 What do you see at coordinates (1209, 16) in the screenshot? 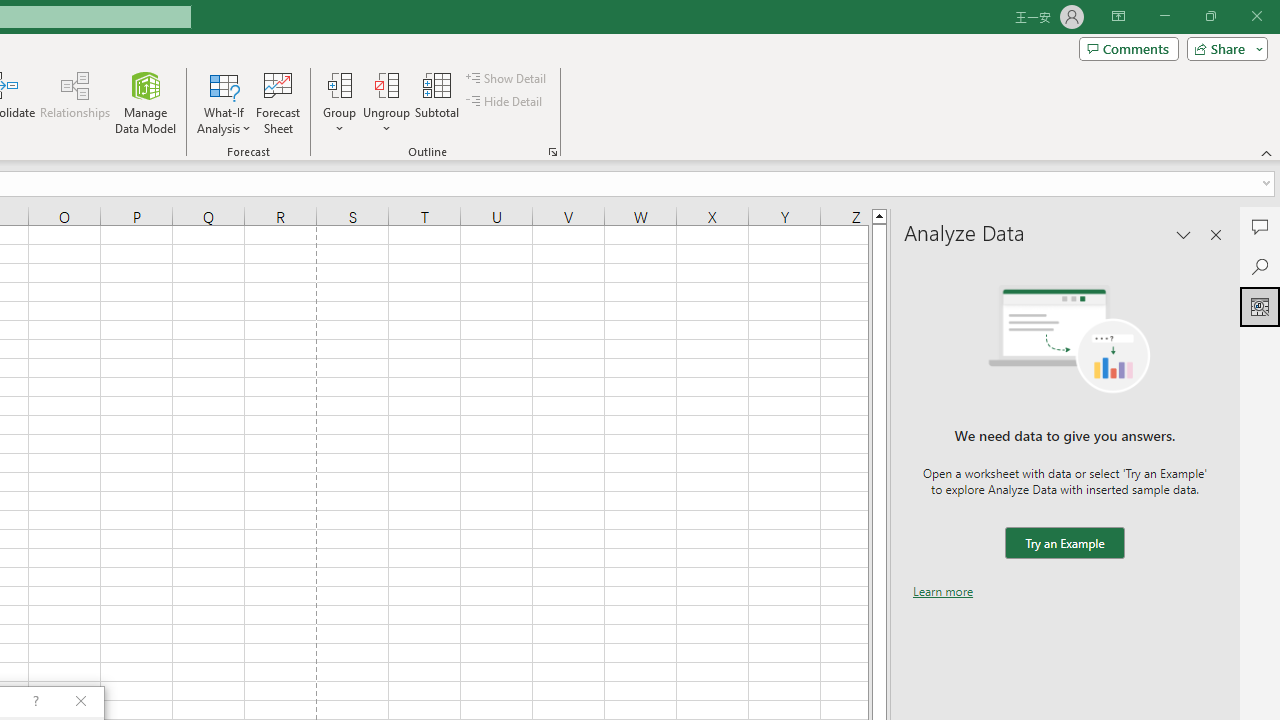
I see `'Restore Down'` at bounding box center [1209, 16].